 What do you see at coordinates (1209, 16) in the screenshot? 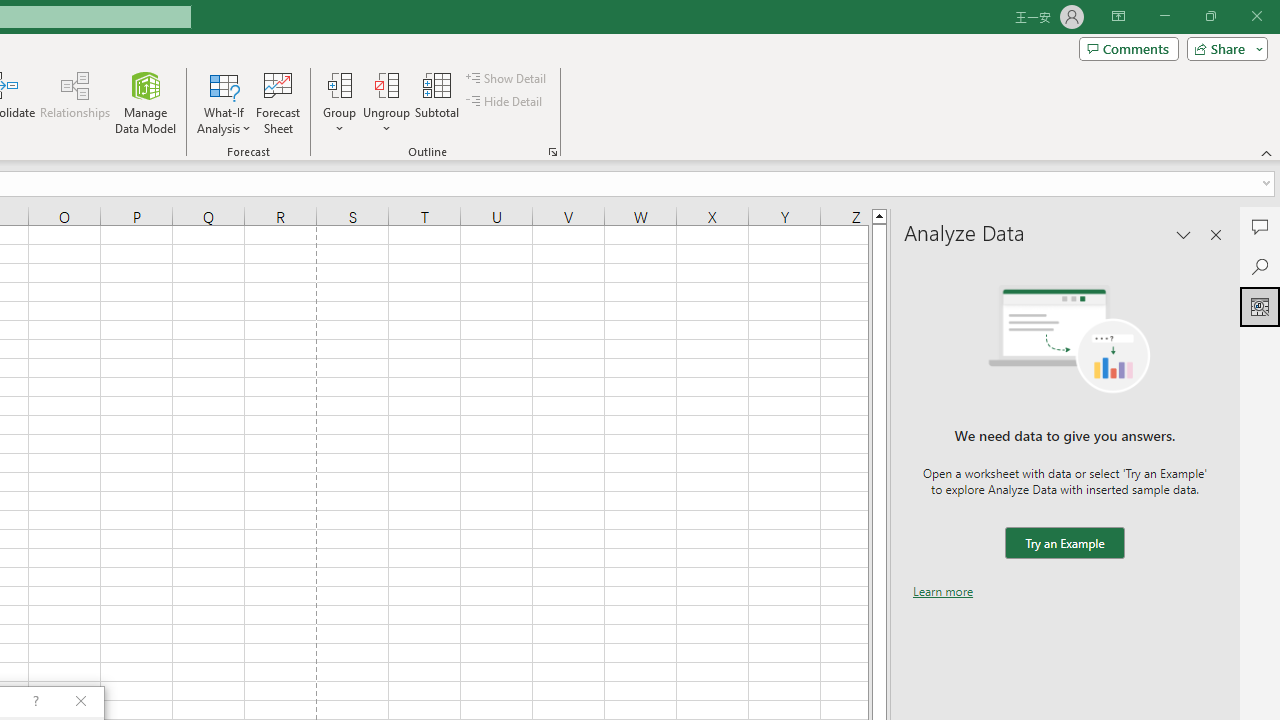
I see `'Restore Down'` at bounding box center [1209, 16].